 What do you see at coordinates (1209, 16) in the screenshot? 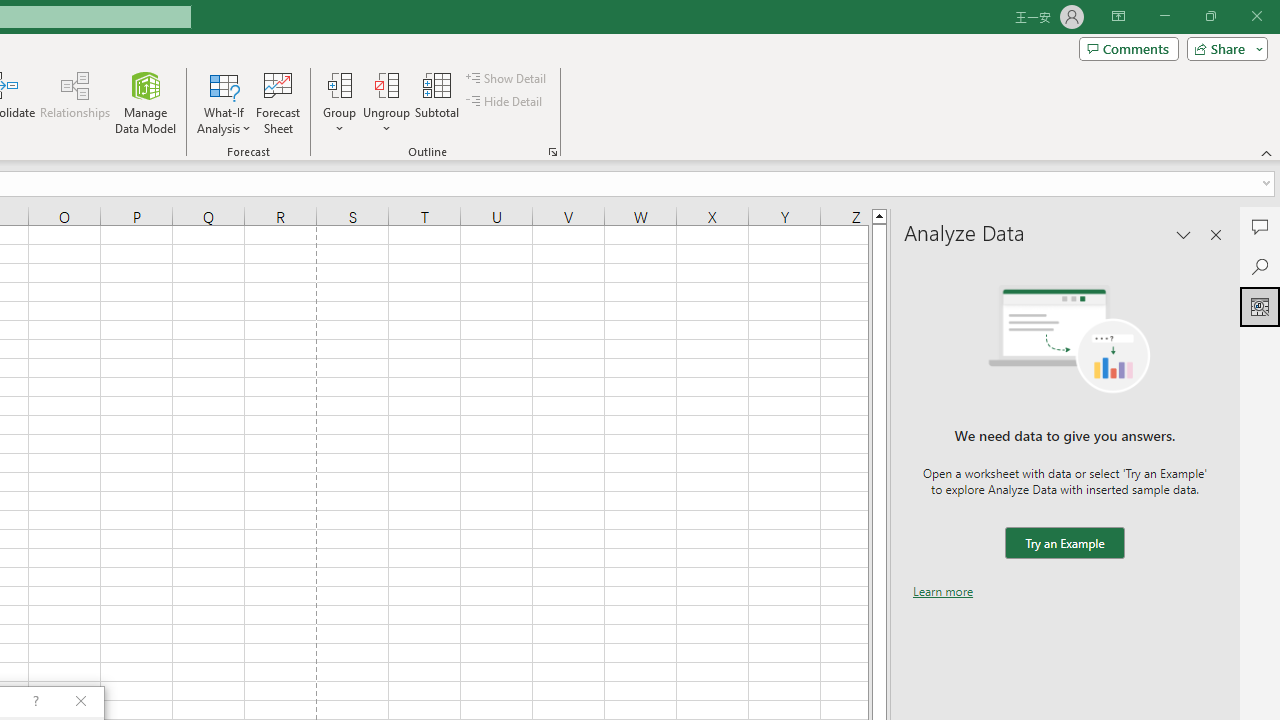
I see `'Restore Down'` at bounding box center [1209, 16].